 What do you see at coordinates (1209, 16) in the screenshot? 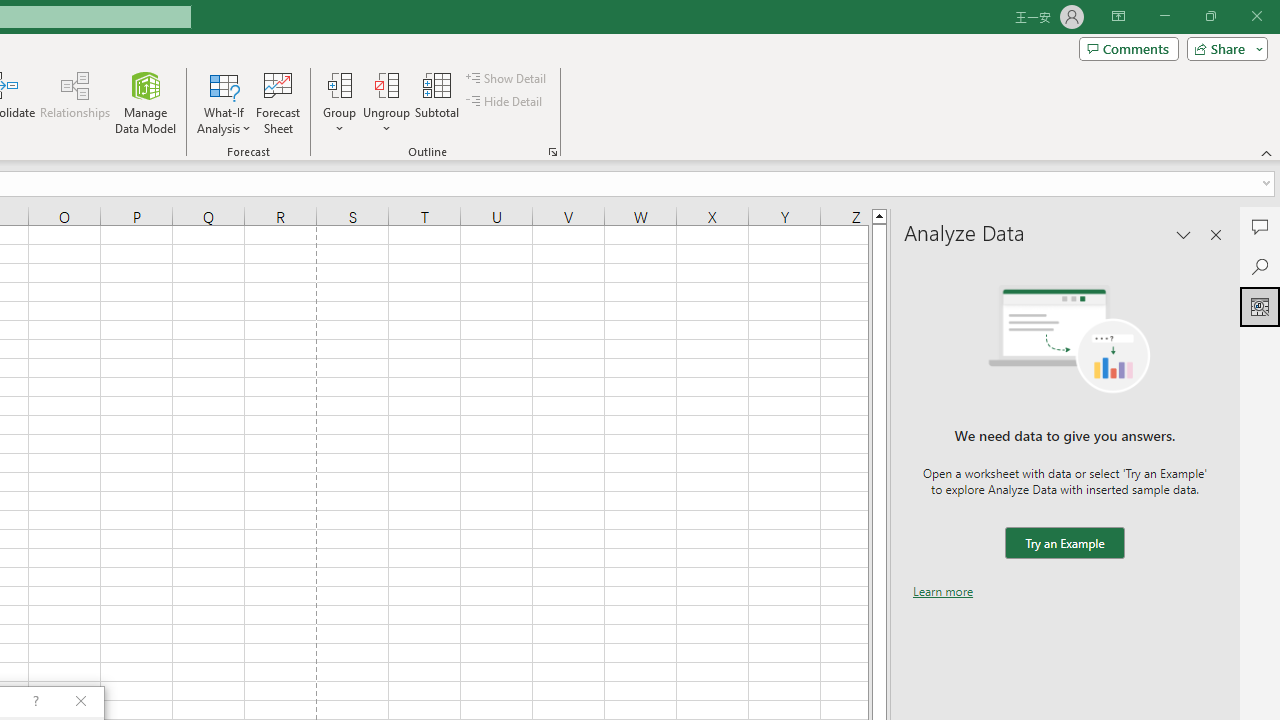
I see `'Restore Down'` at bounding box center [1209, 16].